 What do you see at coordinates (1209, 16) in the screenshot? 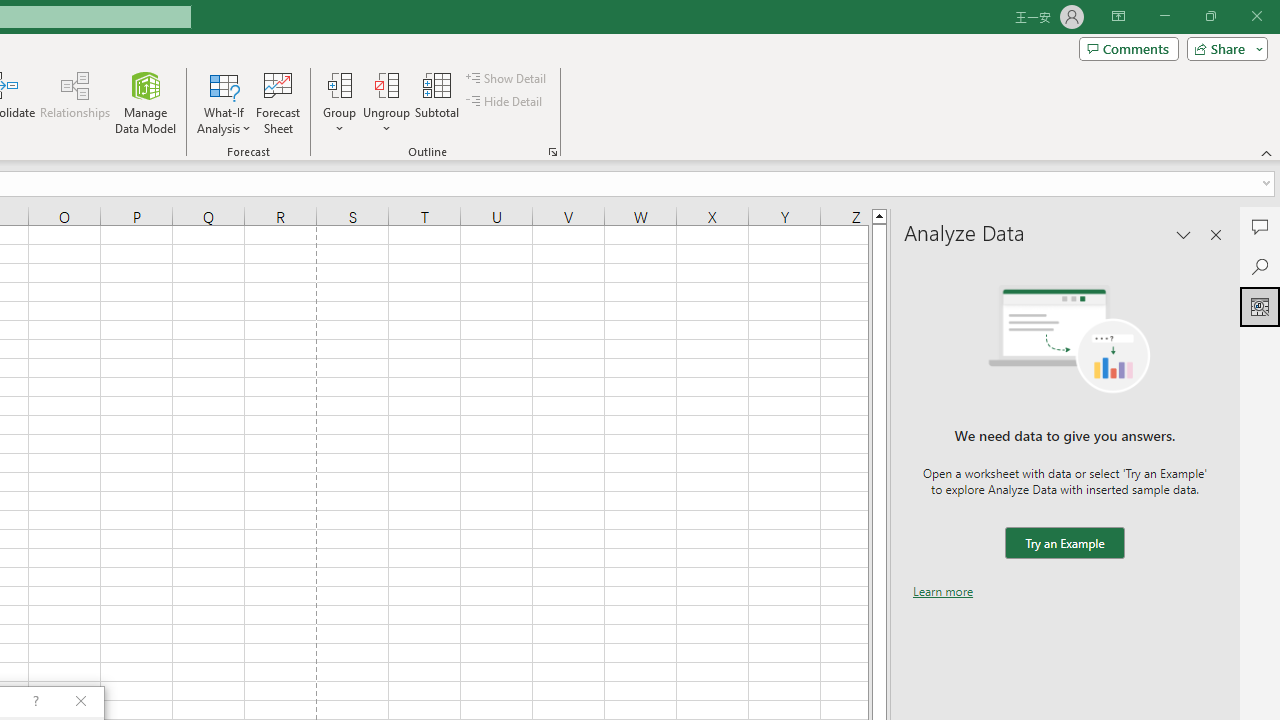
I see `'Restore Down'` at bounding box center [1209, 16].